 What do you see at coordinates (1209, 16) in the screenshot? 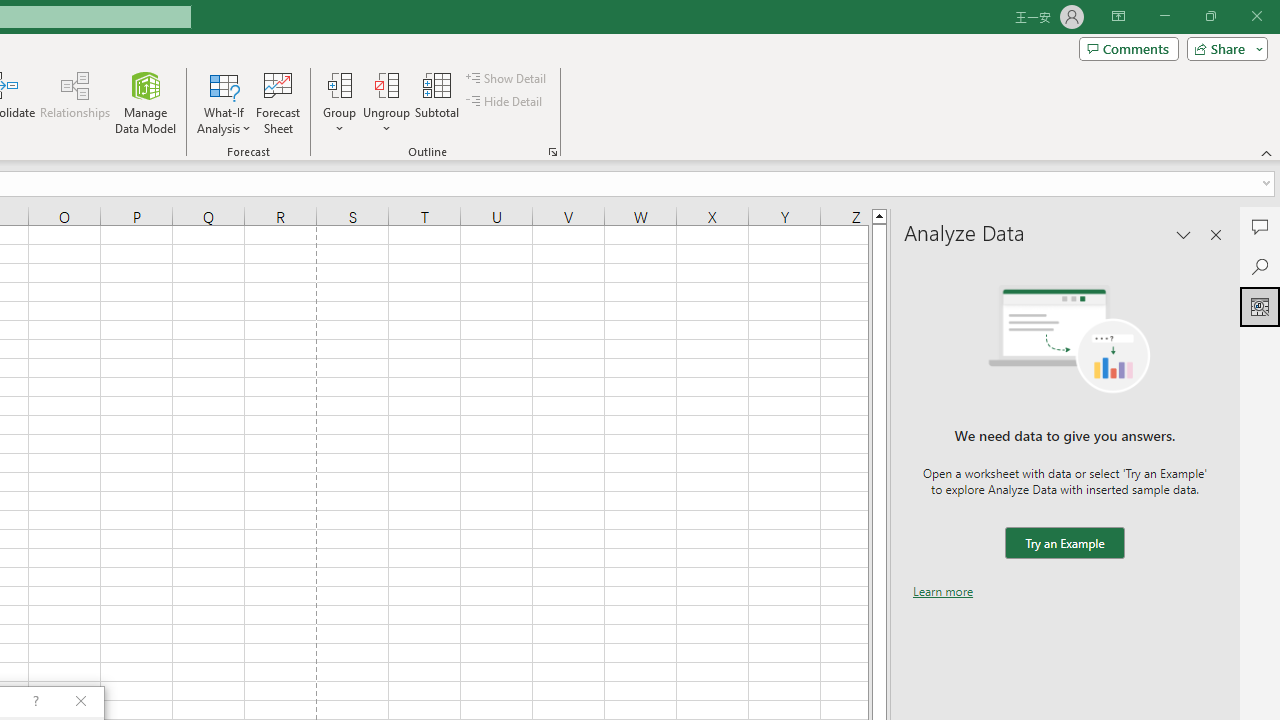
I see `'Restore Down'` at bounding box center [1209, 16].